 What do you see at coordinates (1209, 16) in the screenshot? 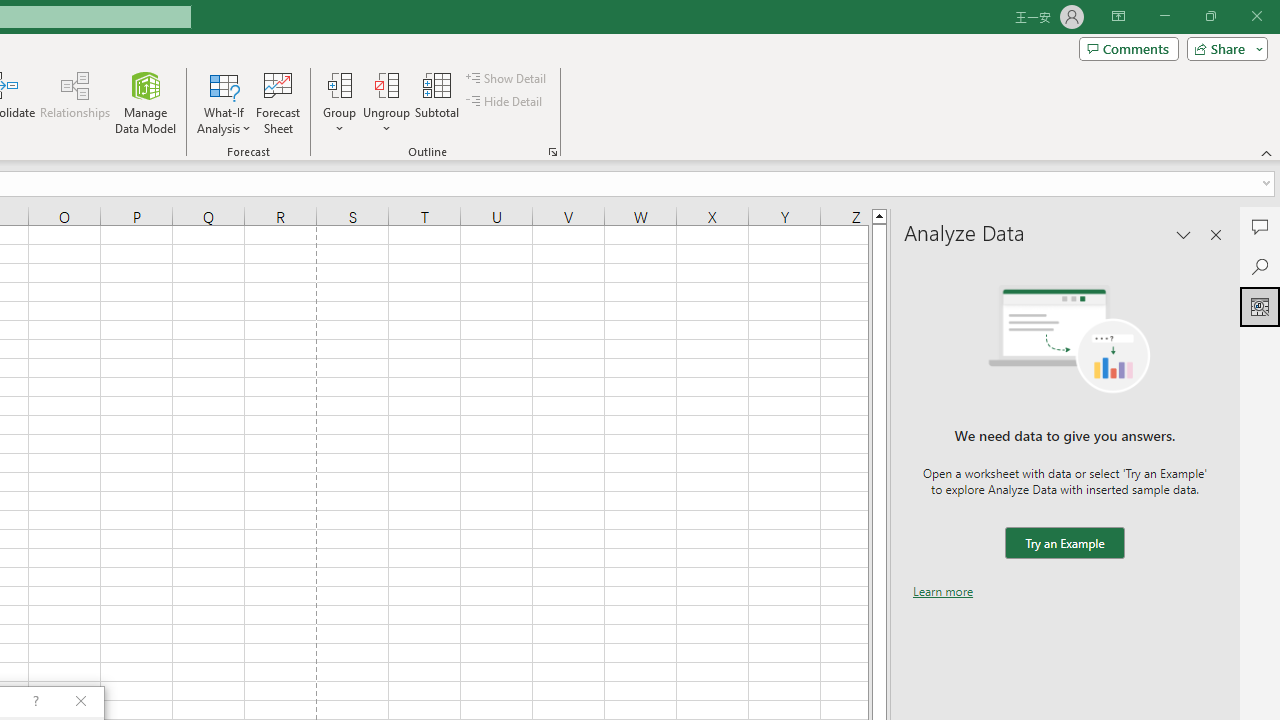
I see `'Restore Down'` at bounding box center [1209, 16].